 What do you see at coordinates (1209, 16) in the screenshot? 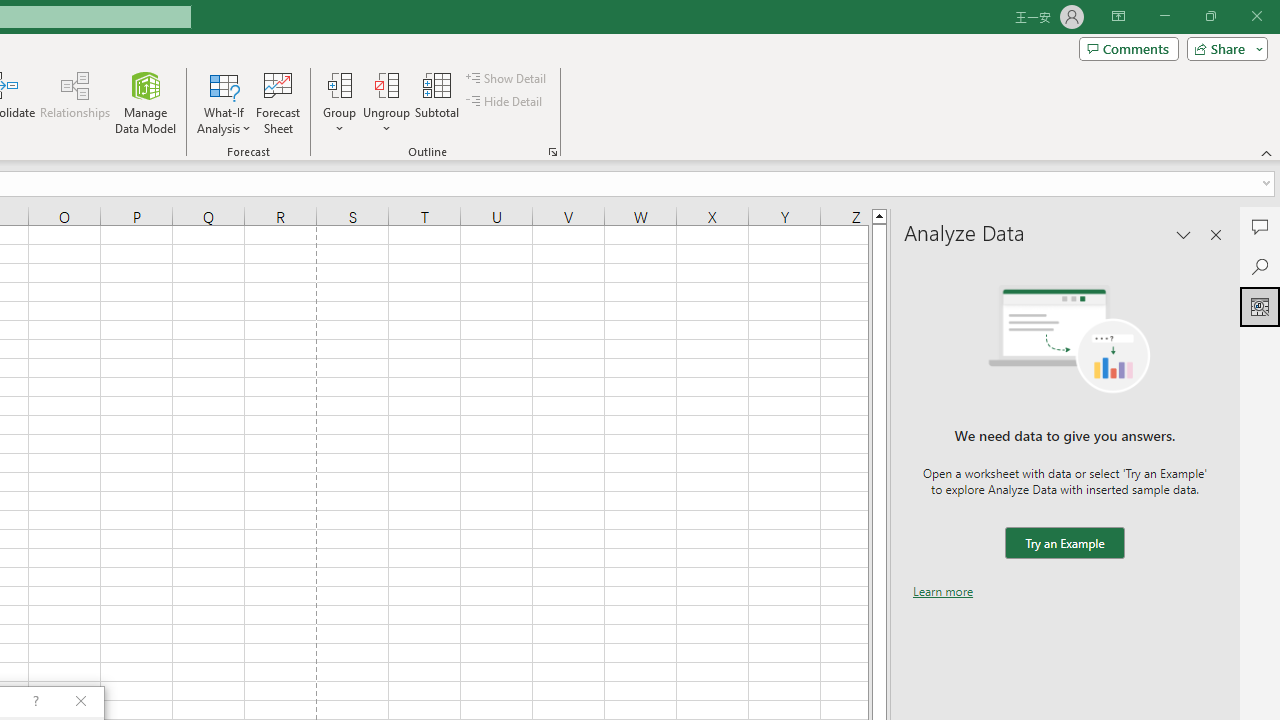
I see `'Restore Down'` at bounding box center [1209, 16].